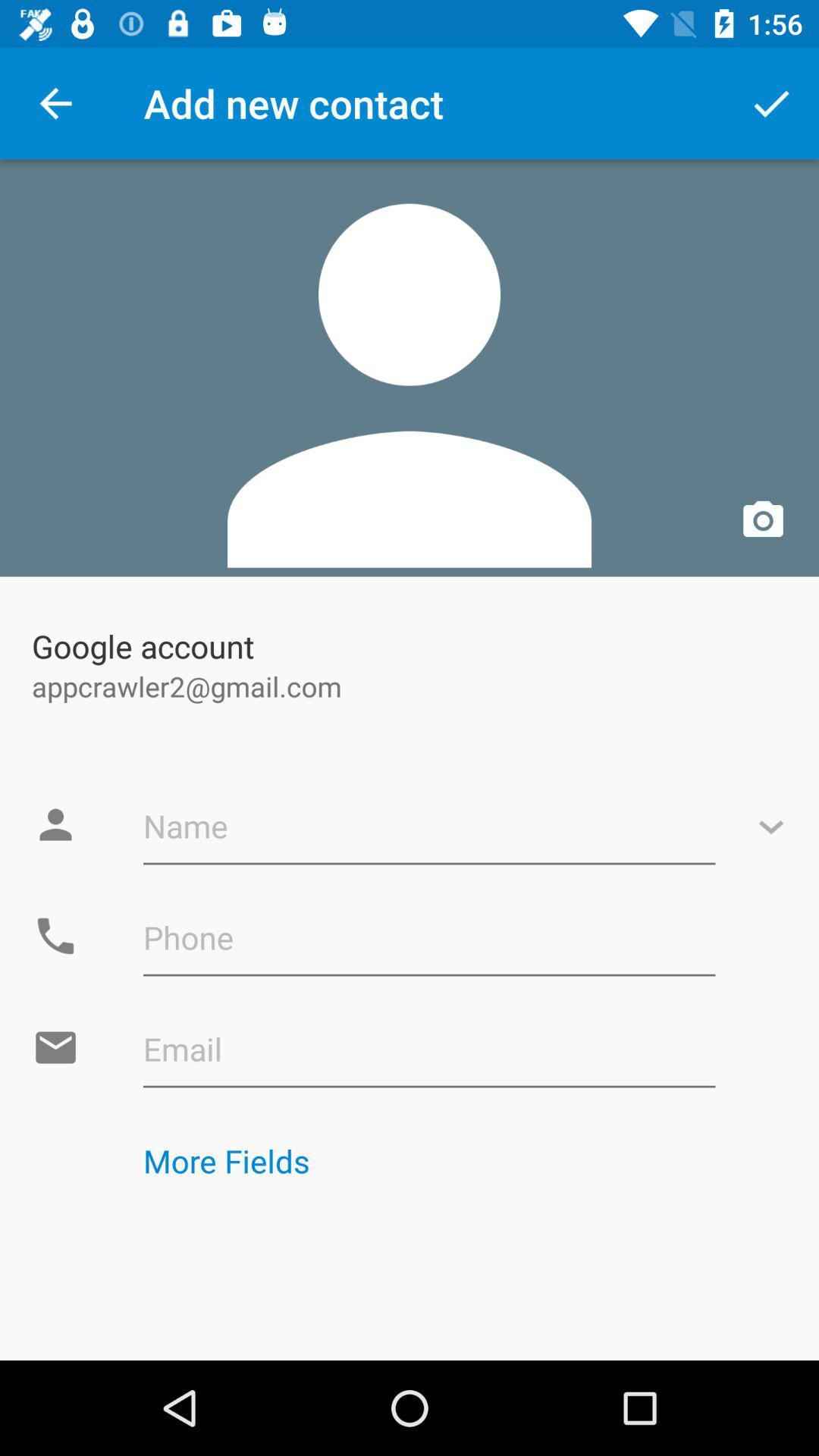 The height and width of the screenshot is (1456, 819). What do you see at coordinates (409, 368) in the screenshot?
I see `app above google account` at bounding box center [409, 368].